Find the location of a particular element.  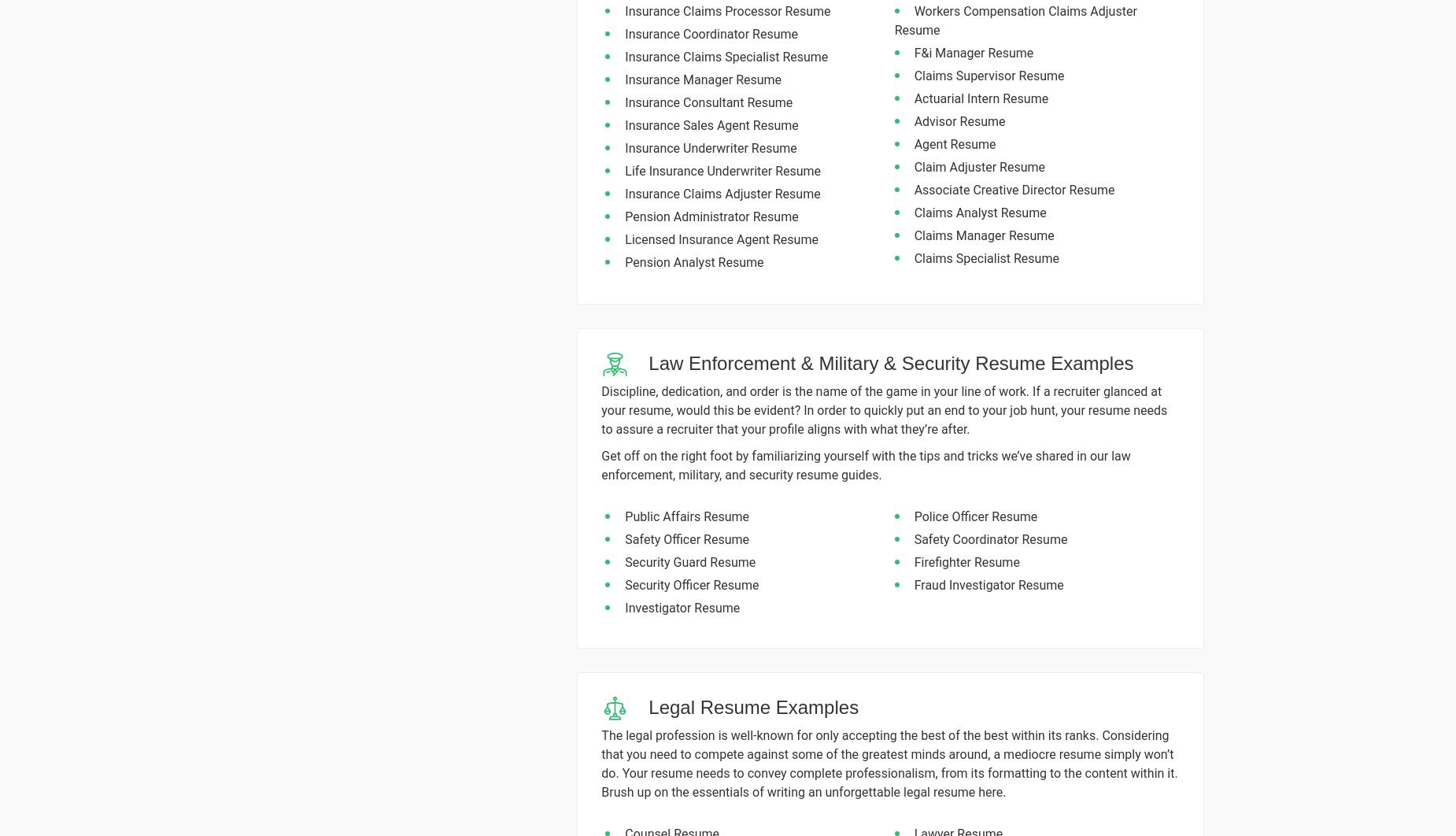

'Pension Analyst Resume' is located at coordinates (694, 261).